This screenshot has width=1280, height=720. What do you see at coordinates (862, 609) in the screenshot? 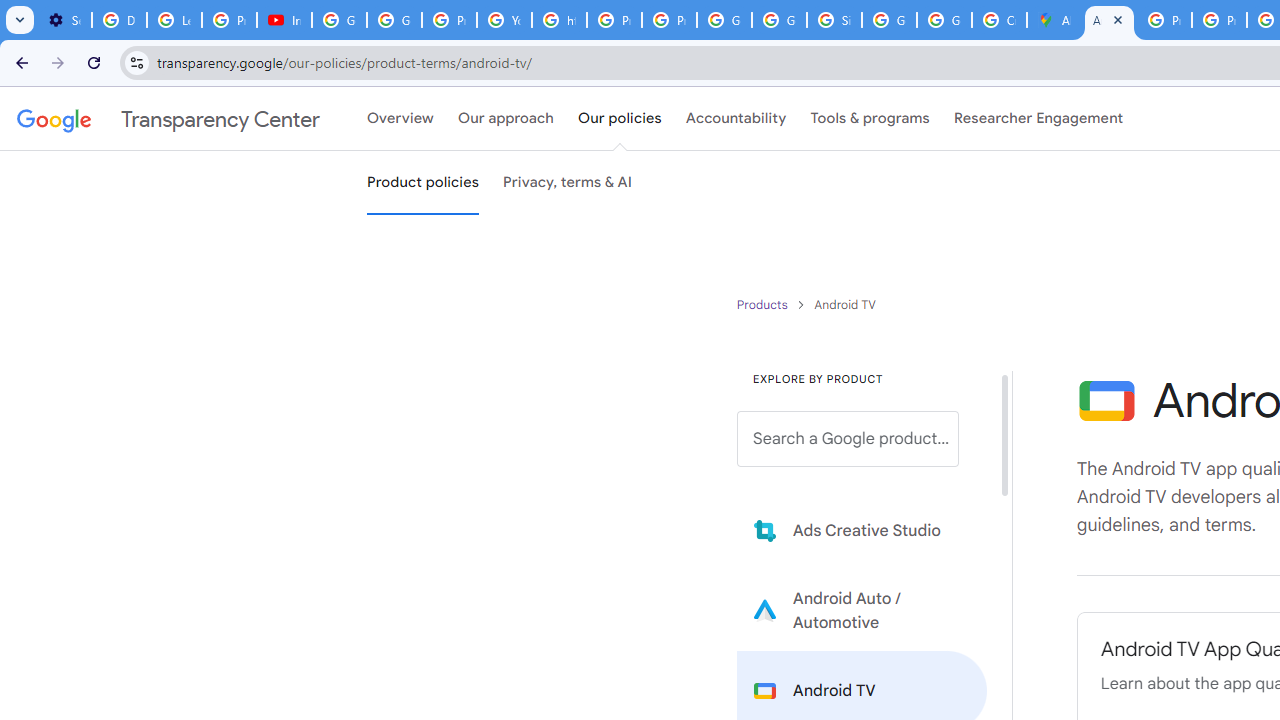
I see `'Learn more about Android Auto'` at bounding box center [862, 609].